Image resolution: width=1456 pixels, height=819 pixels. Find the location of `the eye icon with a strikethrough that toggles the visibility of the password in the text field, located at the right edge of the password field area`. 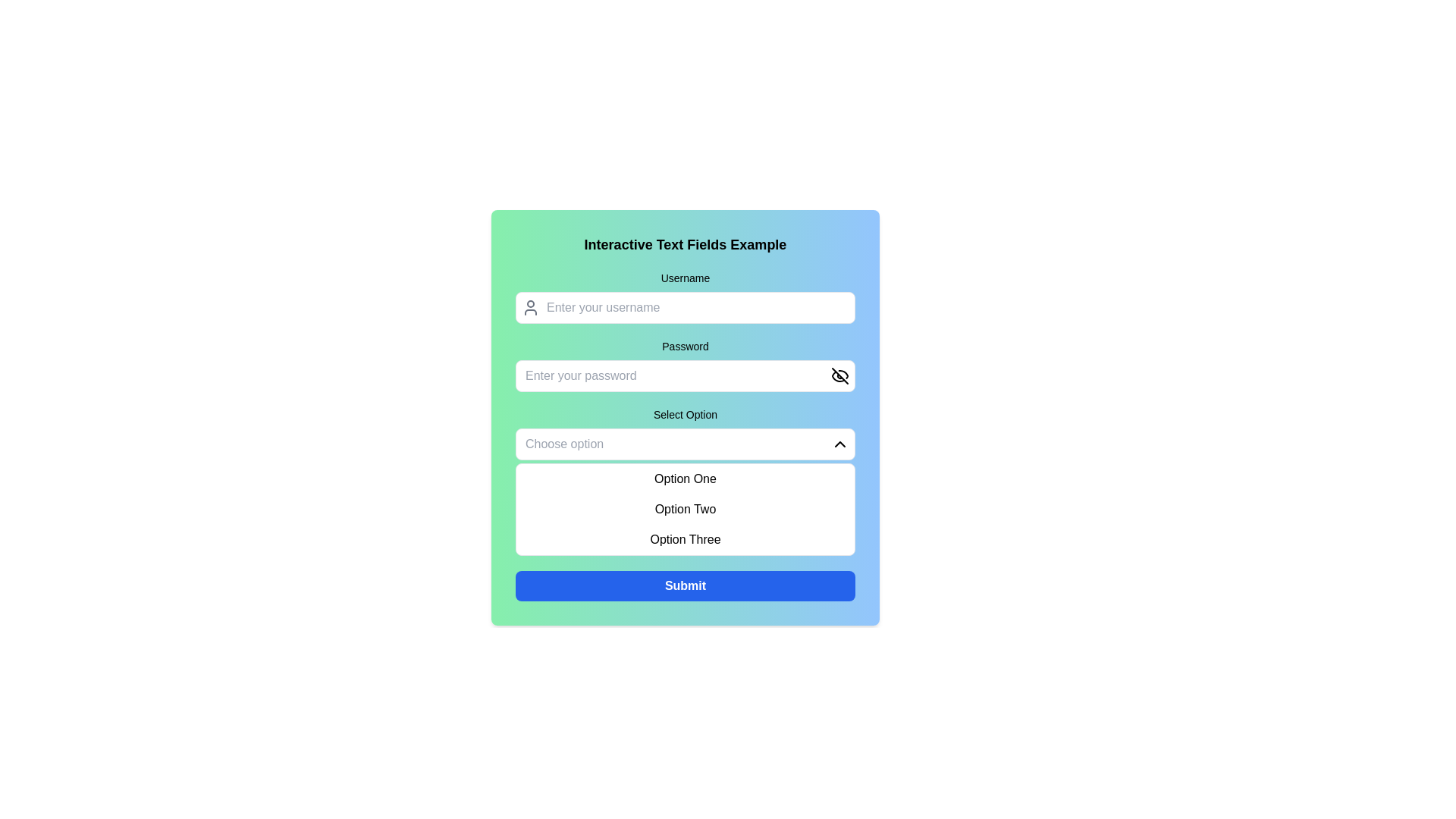

the eye icon with a strikethrough that toggles the visibility of the password in the text field, located at the right edge of the password field area is located at coordinates (839, 375).